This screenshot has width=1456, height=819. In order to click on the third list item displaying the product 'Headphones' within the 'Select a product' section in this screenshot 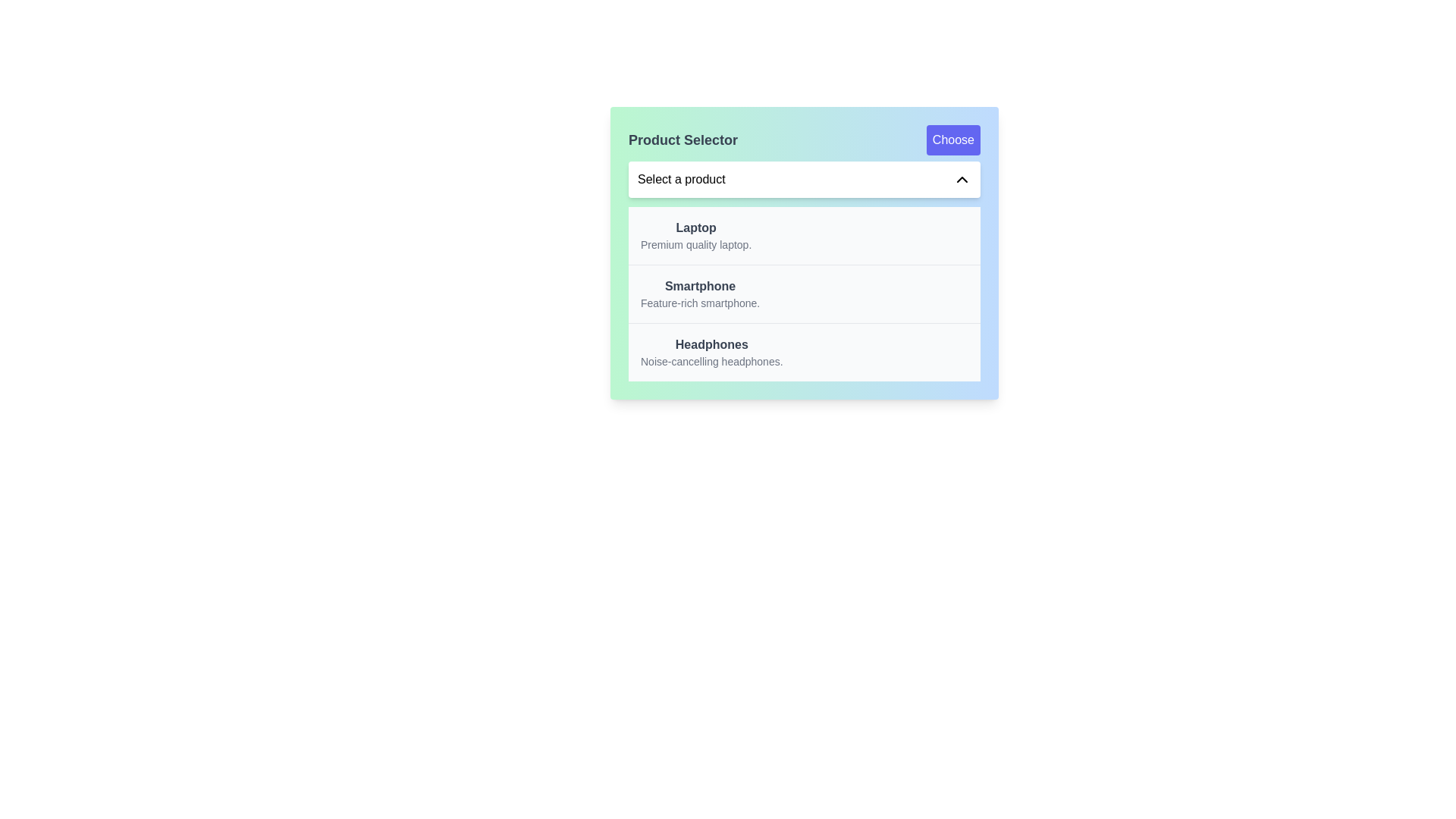, I will do `click(803, 352)`.